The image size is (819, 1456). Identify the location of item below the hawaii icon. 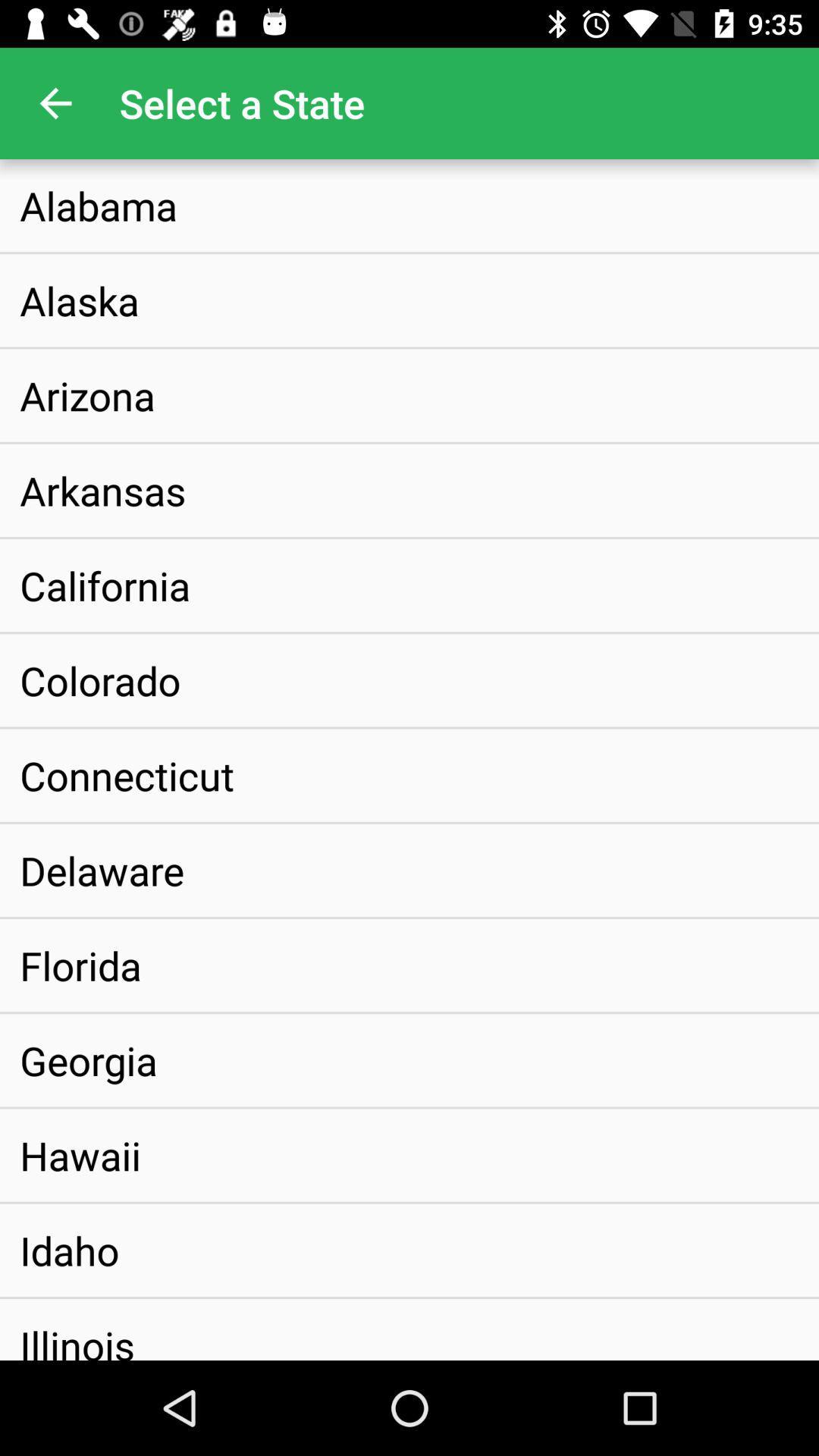
(69, 1250).